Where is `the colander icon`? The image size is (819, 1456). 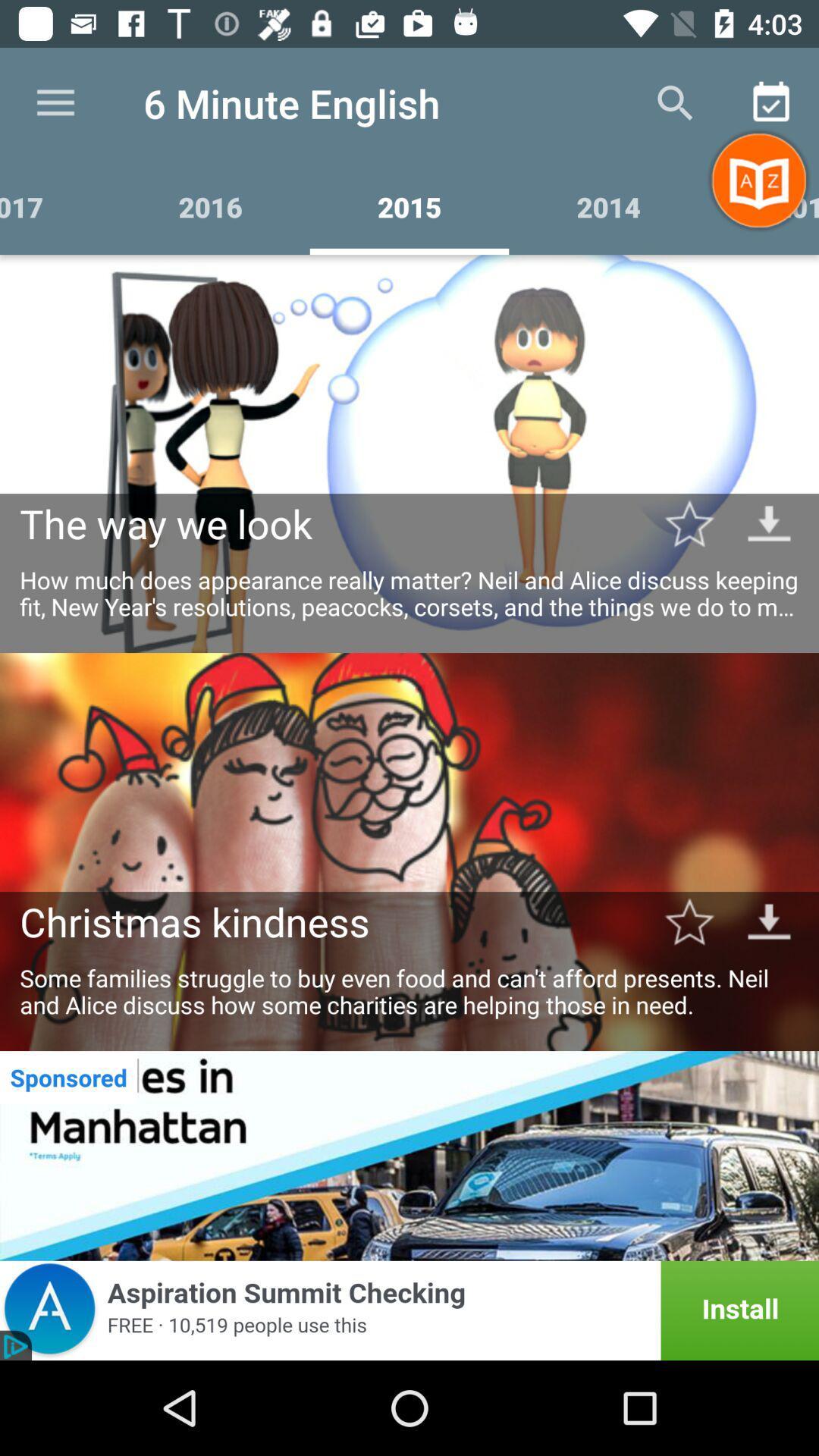
the colander icon is located at coordinates (771, 103).